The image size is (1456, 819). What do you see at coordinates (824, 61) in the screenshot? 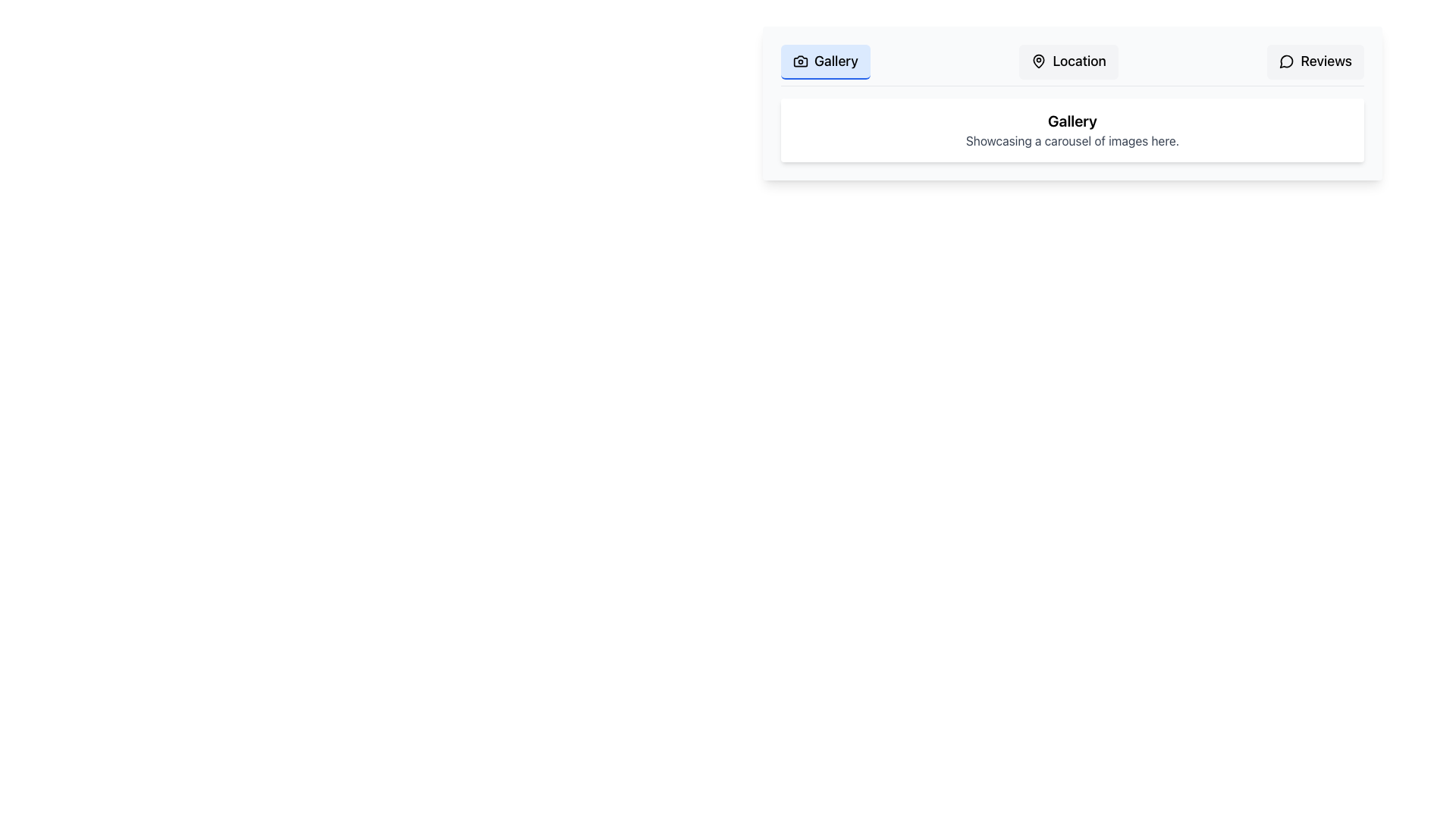
I see `the 'Gallery' Tab button, which is styled with a light blue background, dark text, and a camera icon, to trigger the highlighting effect` at bounding box center [824, 61].